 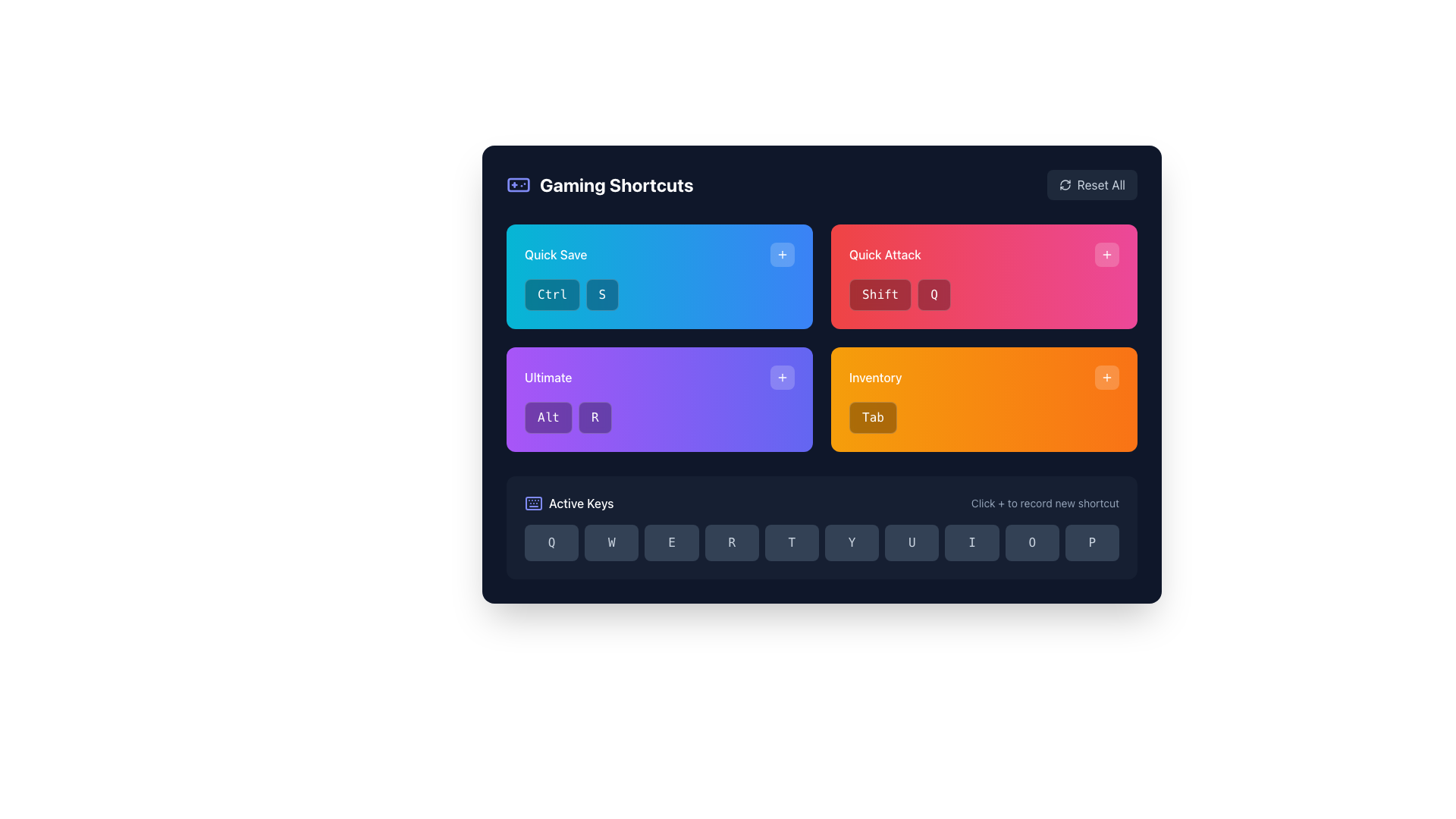 What do you see at coordinates (519, 184) in the screenshot?
I see `the inner part of the game controller icon, which serves as a visual part representing gaming-related features in the top-left section of the interface` at bounding box center [519, 184].